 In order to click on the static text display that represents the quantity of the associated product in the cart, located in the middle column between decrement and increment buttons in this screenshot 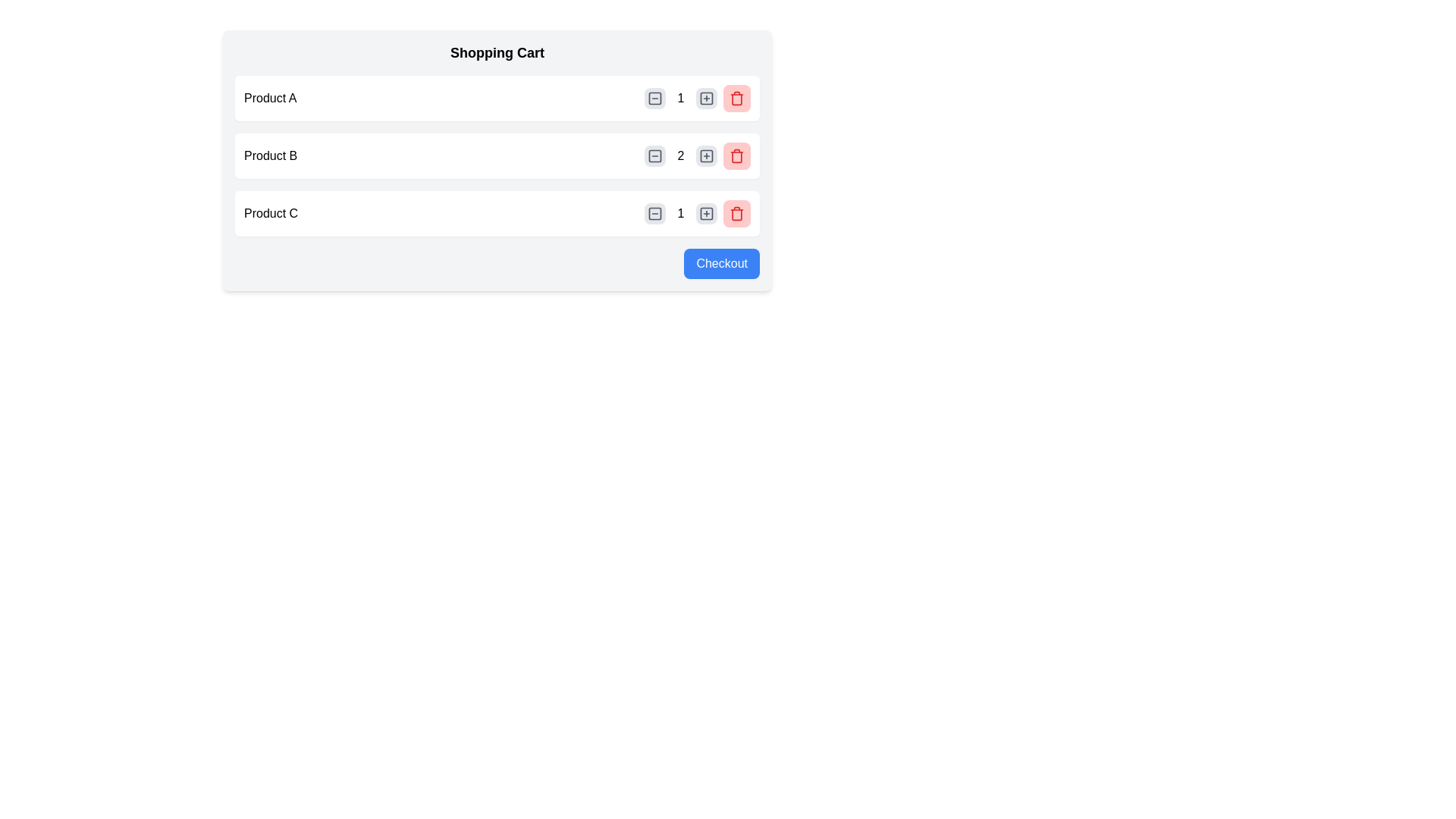, I will do `click(679, 155)`.